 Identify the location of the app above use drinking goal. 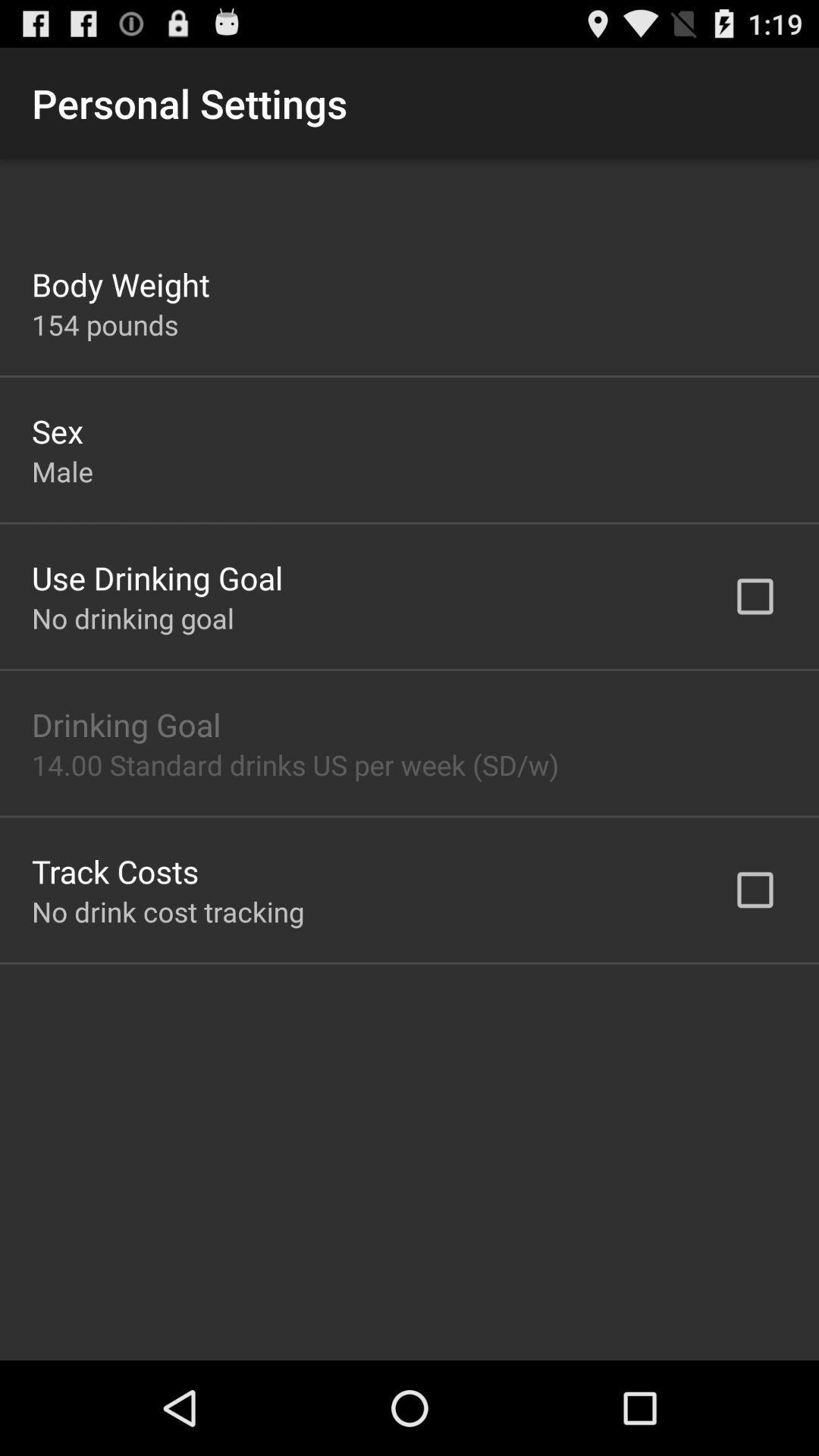
(61, 470).